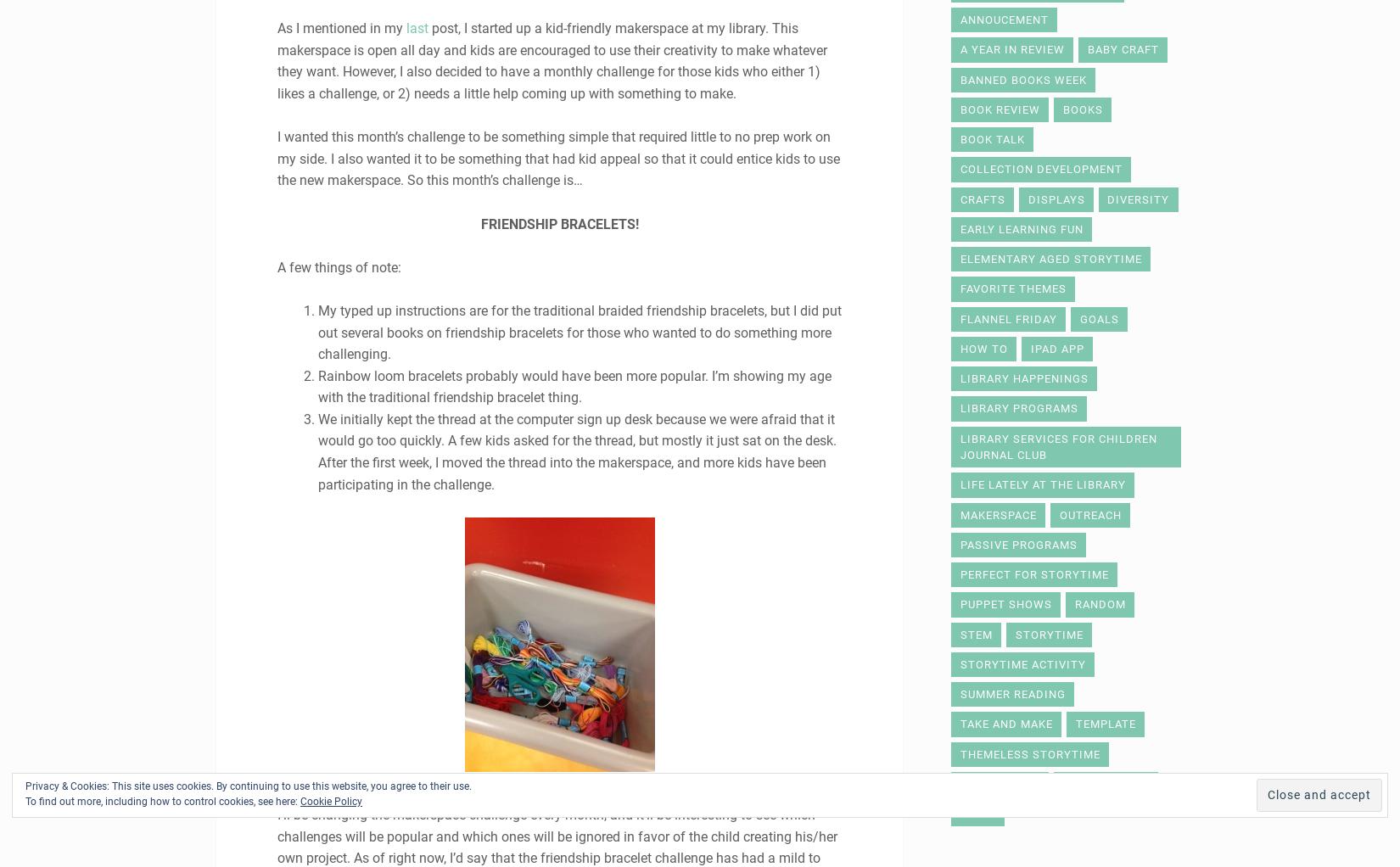 The image size is (1400, 867). I want to click on 'banned books week', so click(1022, 78).